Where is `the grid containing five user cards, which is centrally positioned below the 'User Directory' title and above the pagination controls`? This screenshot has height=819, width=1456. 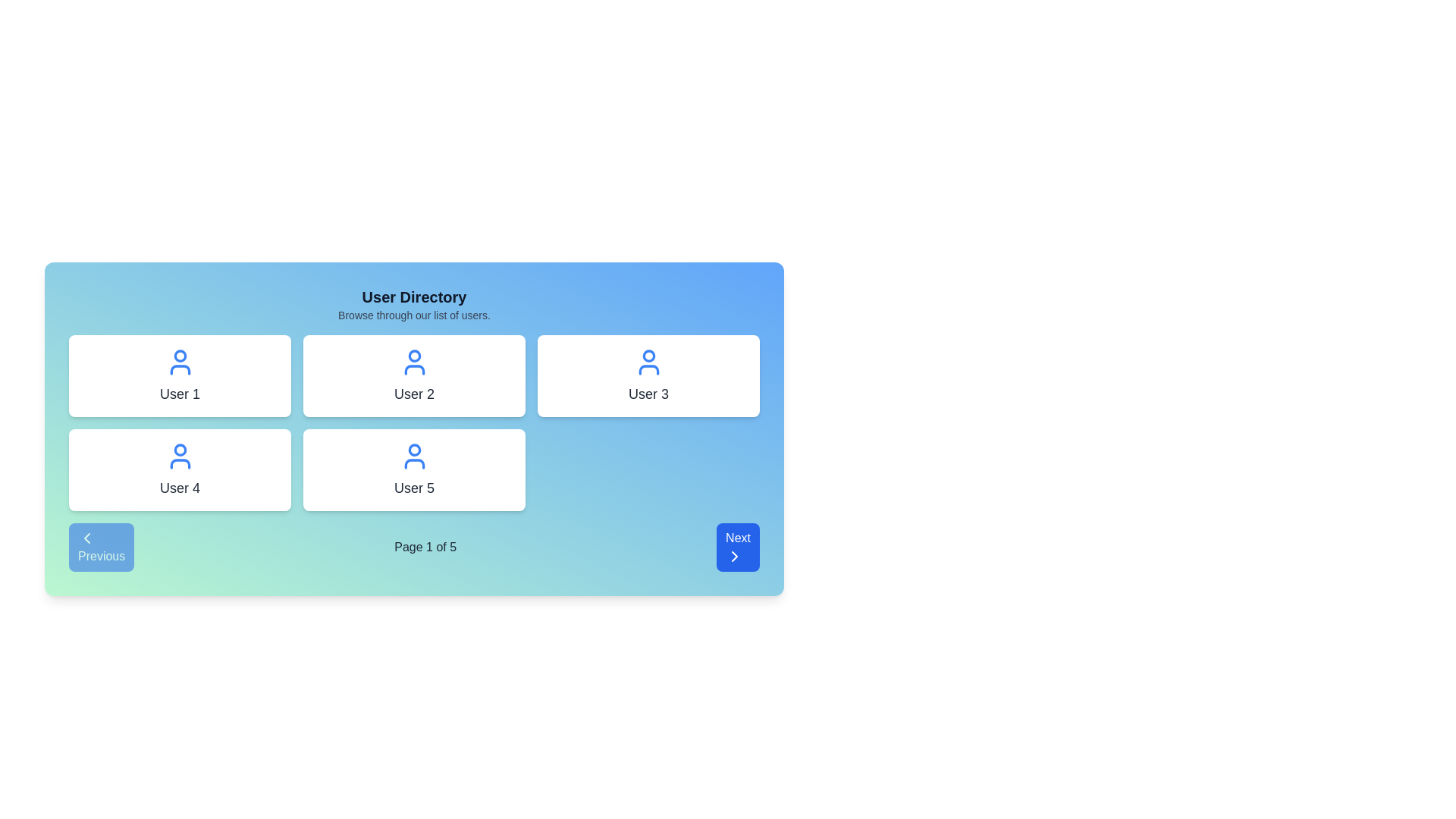 the grid containing five user cards, which is centrally positioned below the 'User Directory' title and above the pagination controls is located at coordinates (414, 423).